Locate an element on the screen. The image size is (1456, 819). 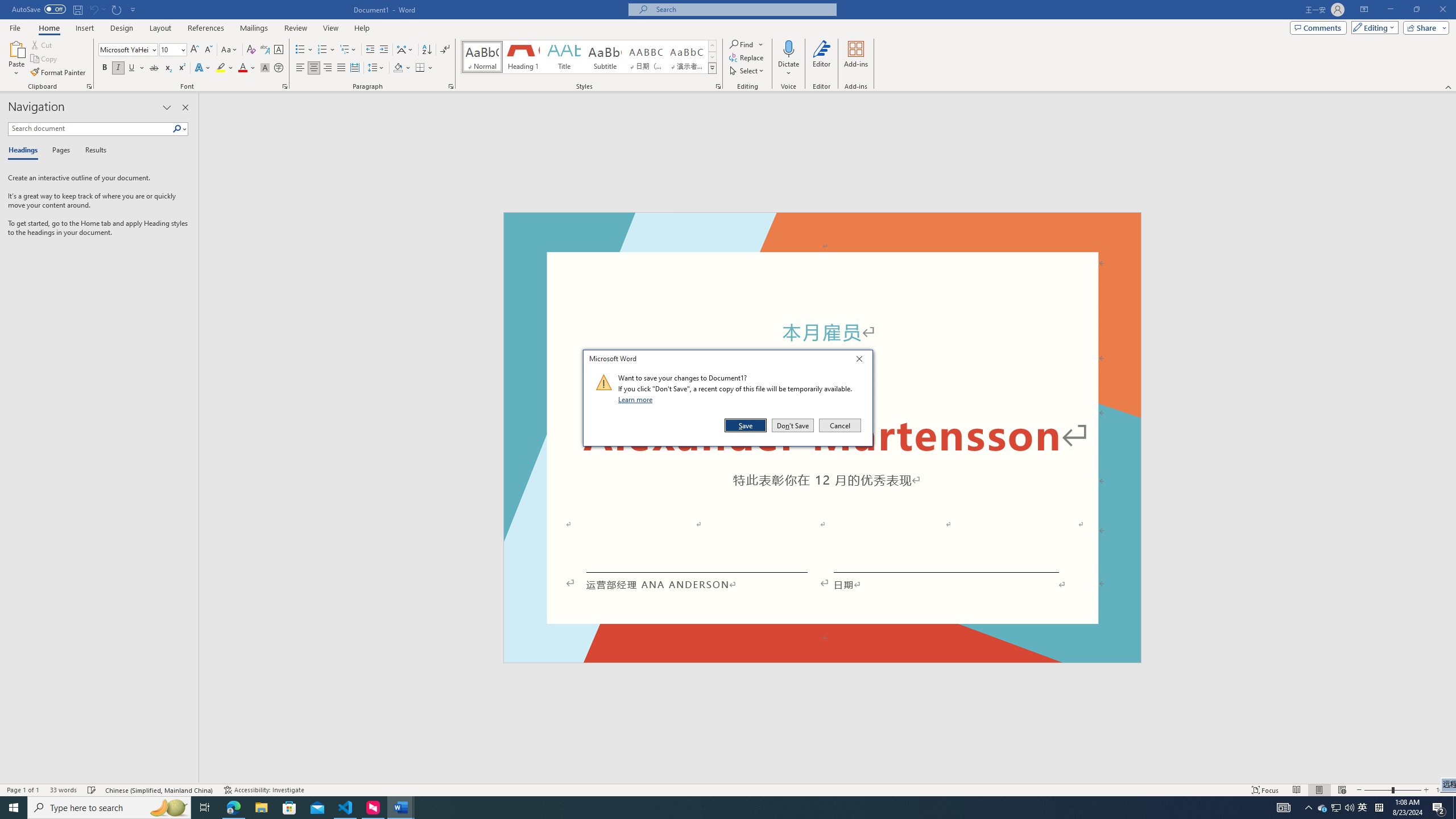
'Text Highlight Color Yellow' is located at coordinates (220, 67).